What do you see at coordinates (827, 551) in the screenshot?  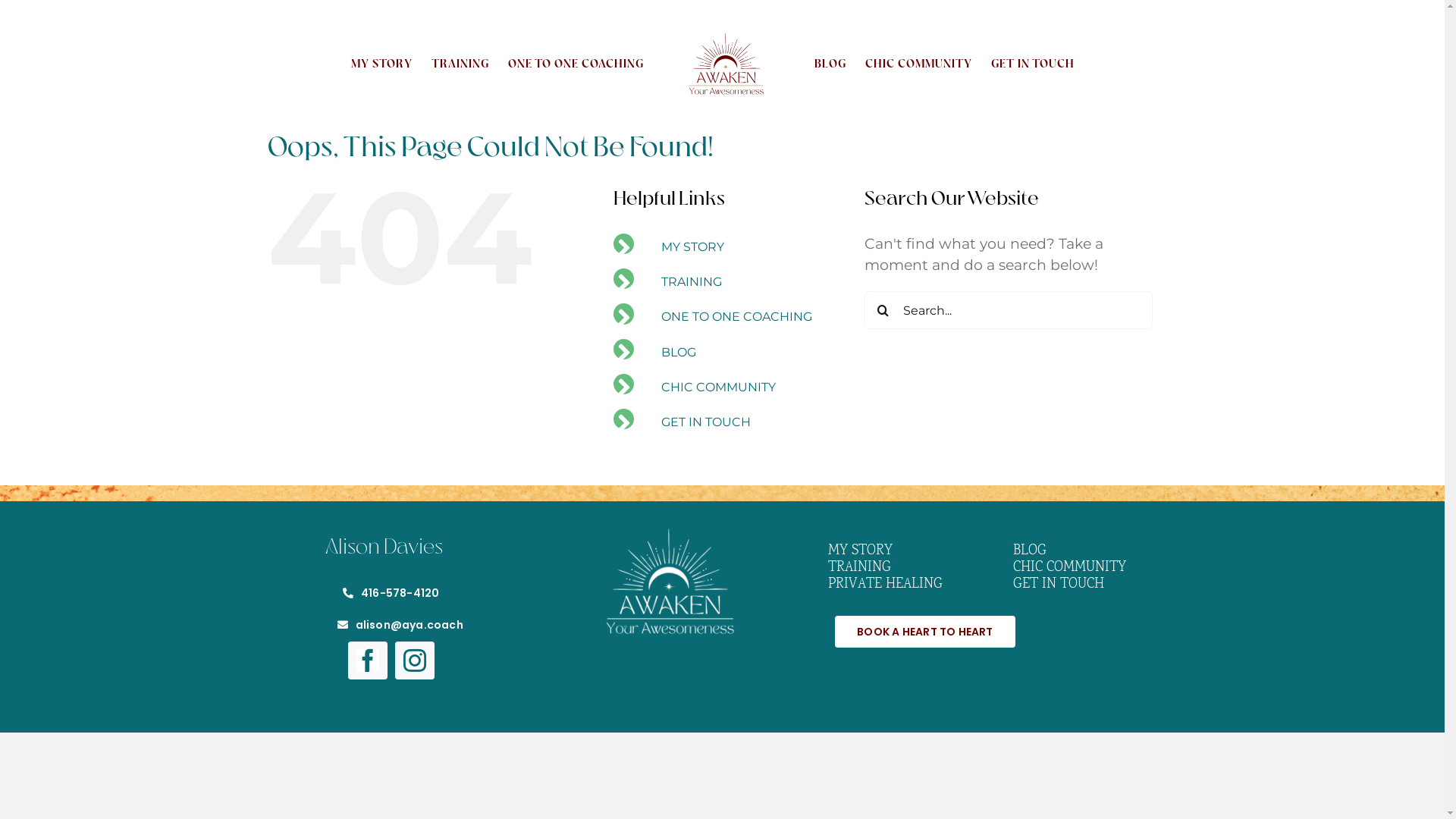 I see `'MY STORY'` at bounding box center [827, 551].